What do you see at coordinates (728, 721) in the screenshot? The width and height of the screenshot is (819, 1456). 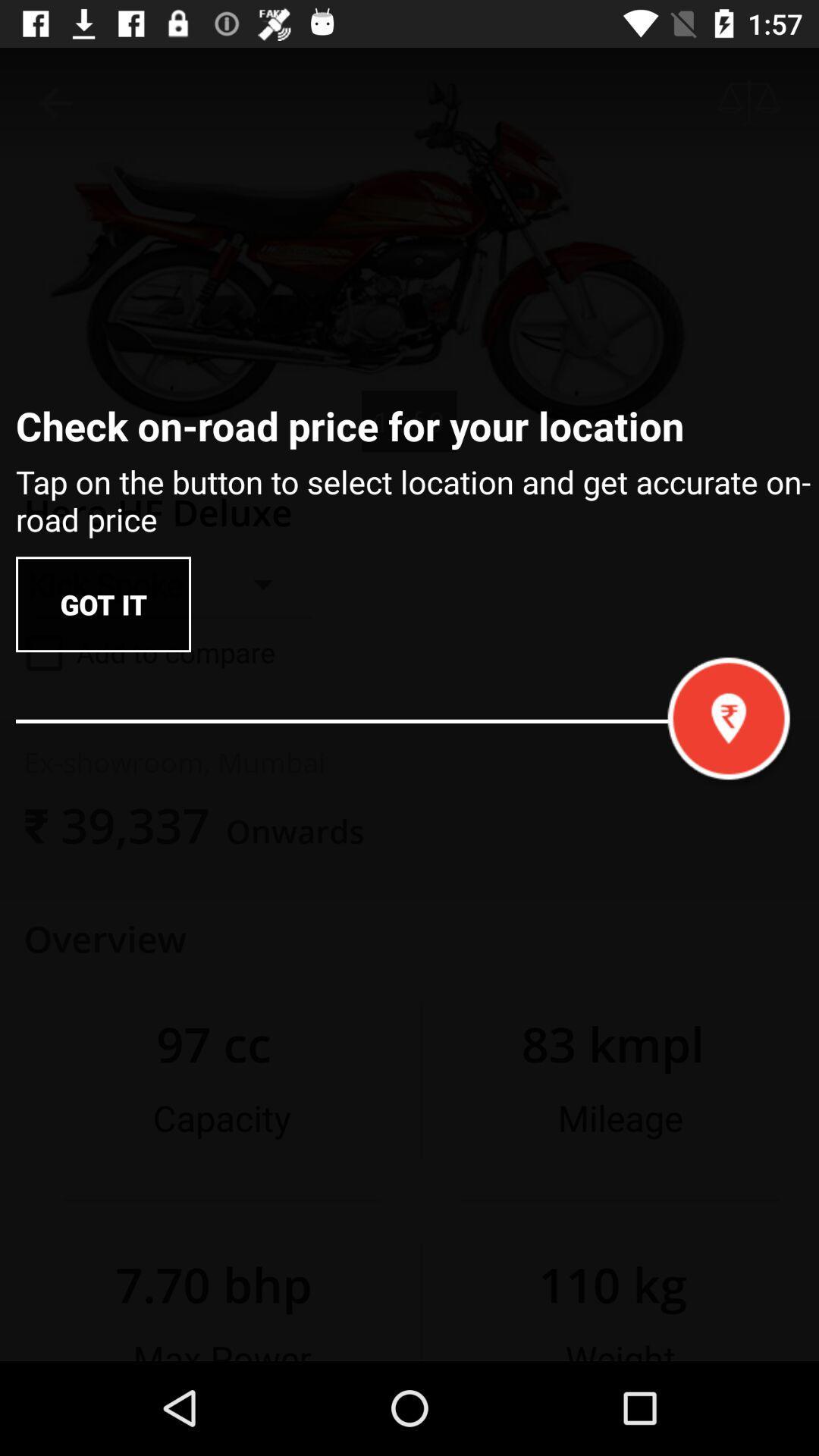 I see `the location icon` at bounding box center [728, 721].